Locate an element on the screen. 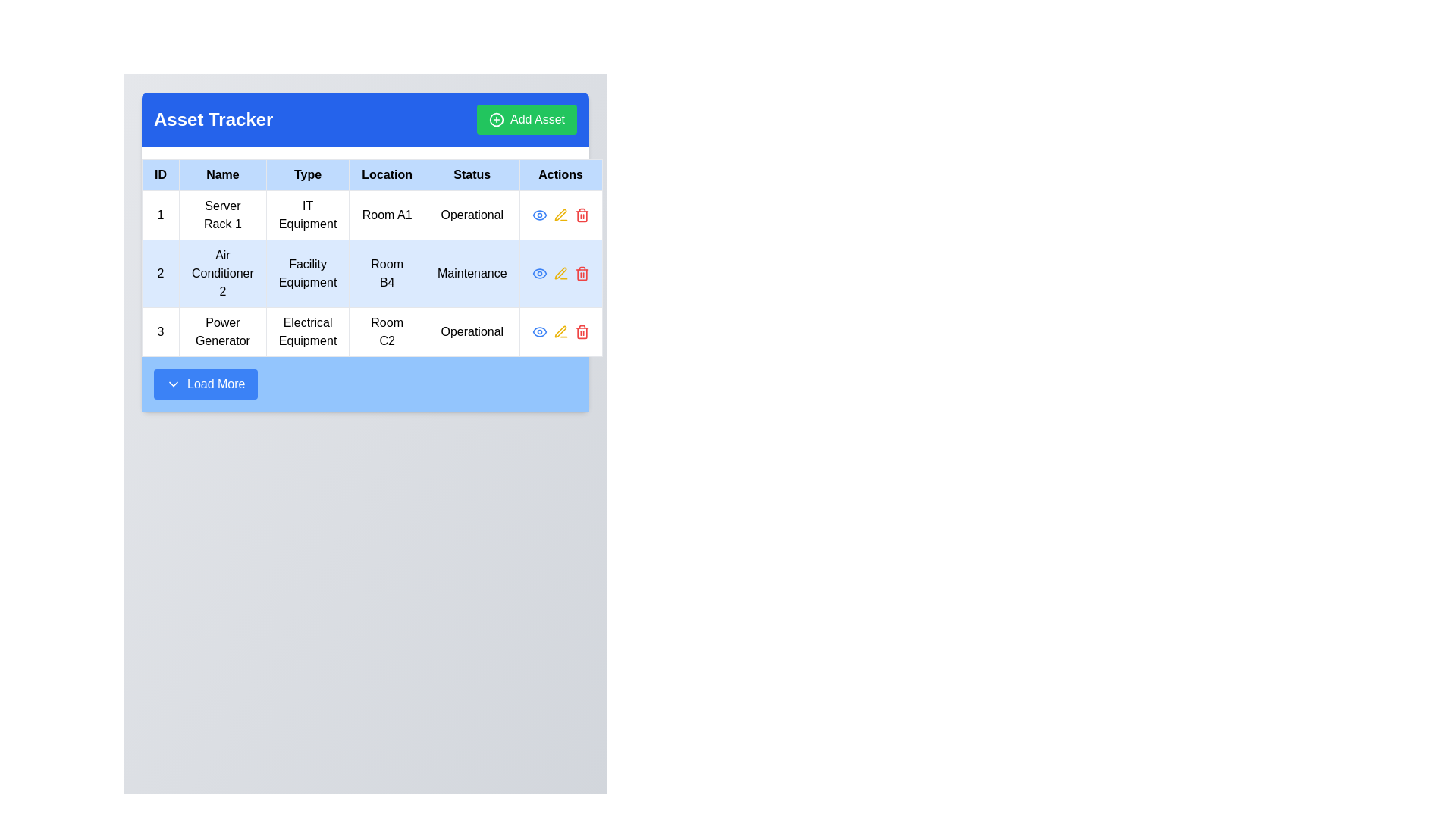 The image size is (1456, 819). the icon located to the left of the 'Load More' text within the 'Load More' button is located at coordinates (174, 383).